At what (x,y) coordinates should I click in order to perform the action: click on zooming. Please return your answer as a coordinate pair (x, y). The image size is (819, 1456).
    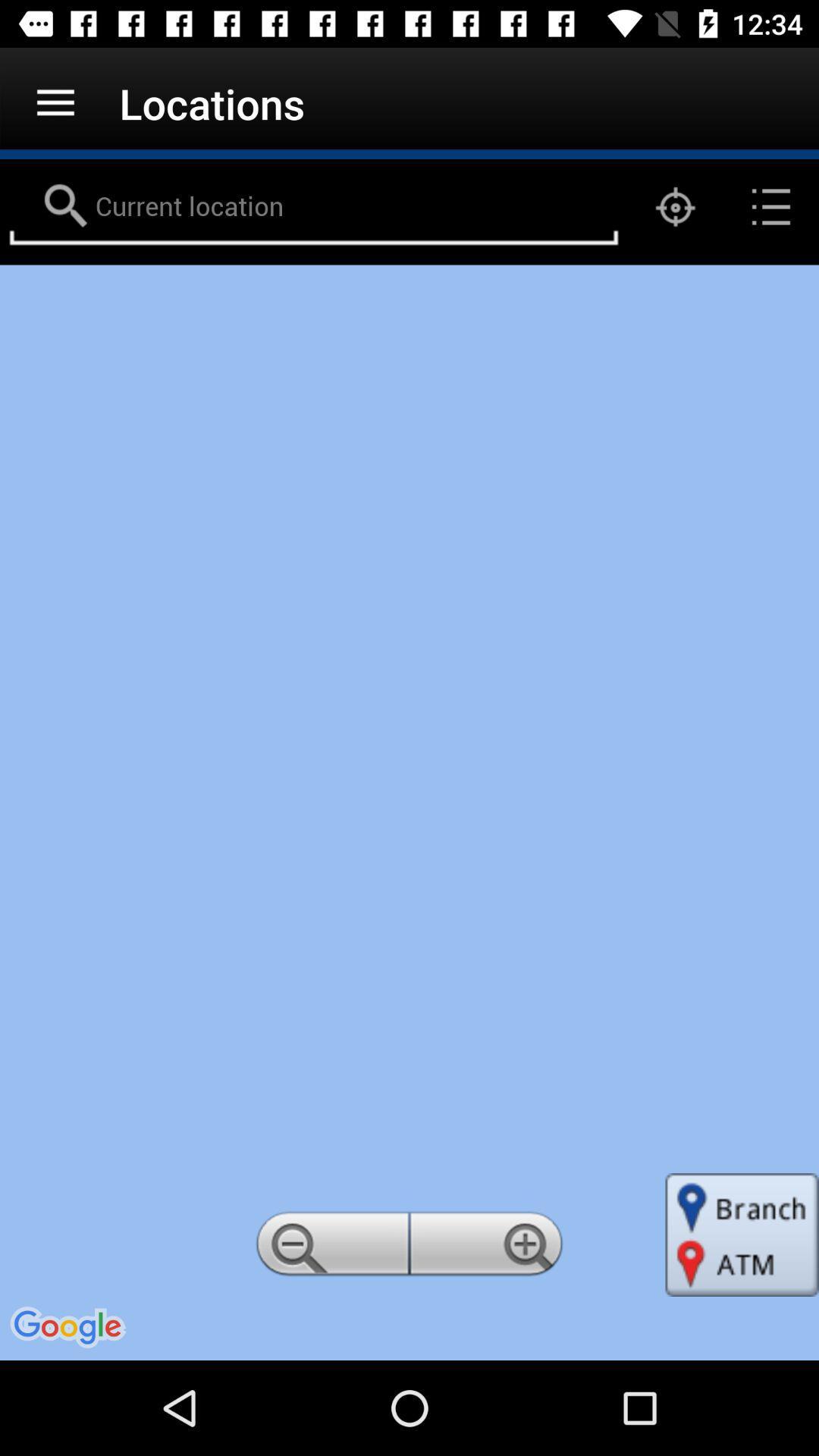
    Looking at the image, I should click on (488, 1248).